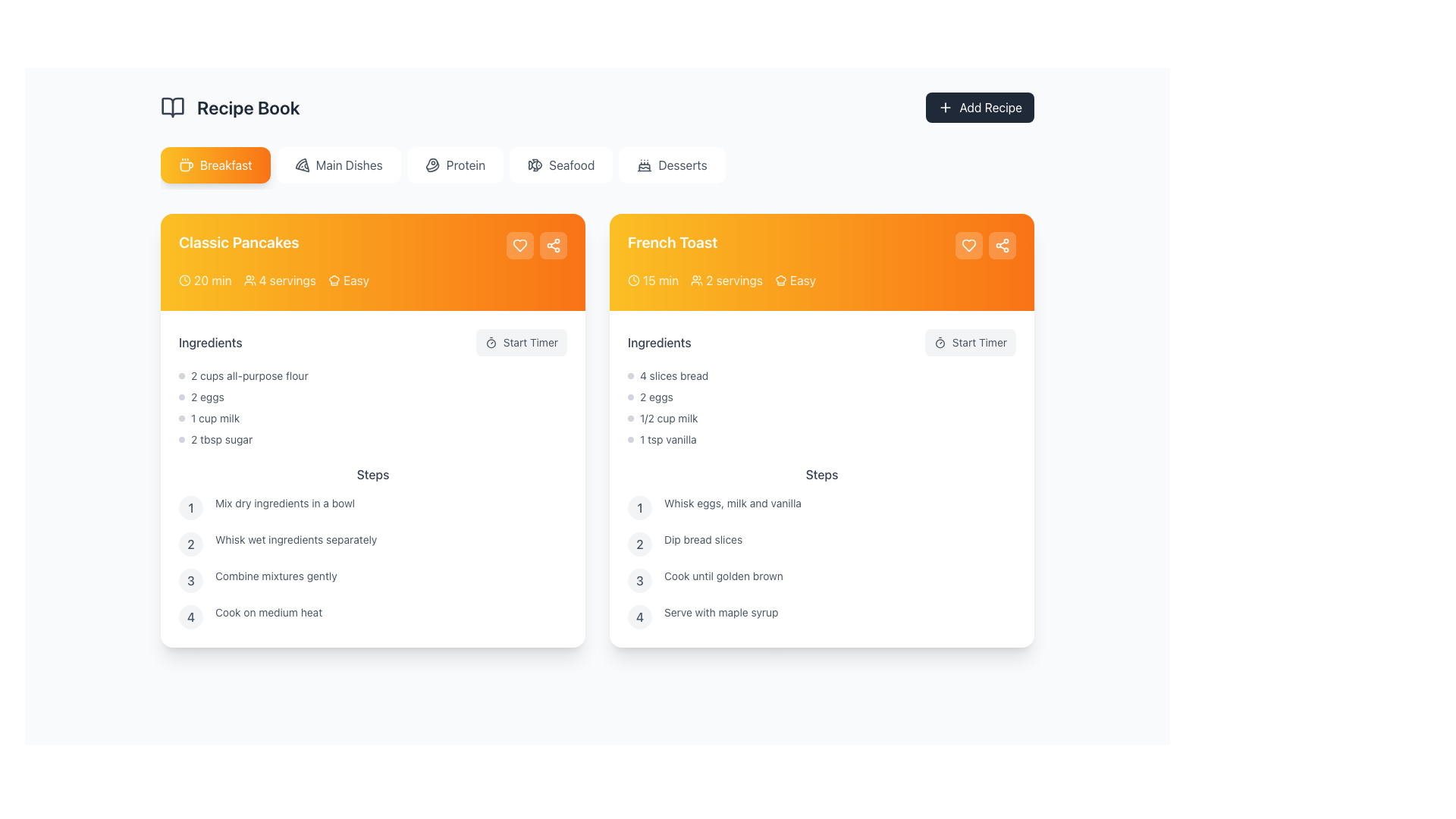 Image resolution: width=1456 pixels, height=819 pixels. What do you see at coordinates (249, 281) in the screenshot?
I see `compact icon resembling two user silhouettes, which is positioned next to the text '4 servings' in the header section of the 'Classic Pancakes' card` at bounding box center [249, 281].